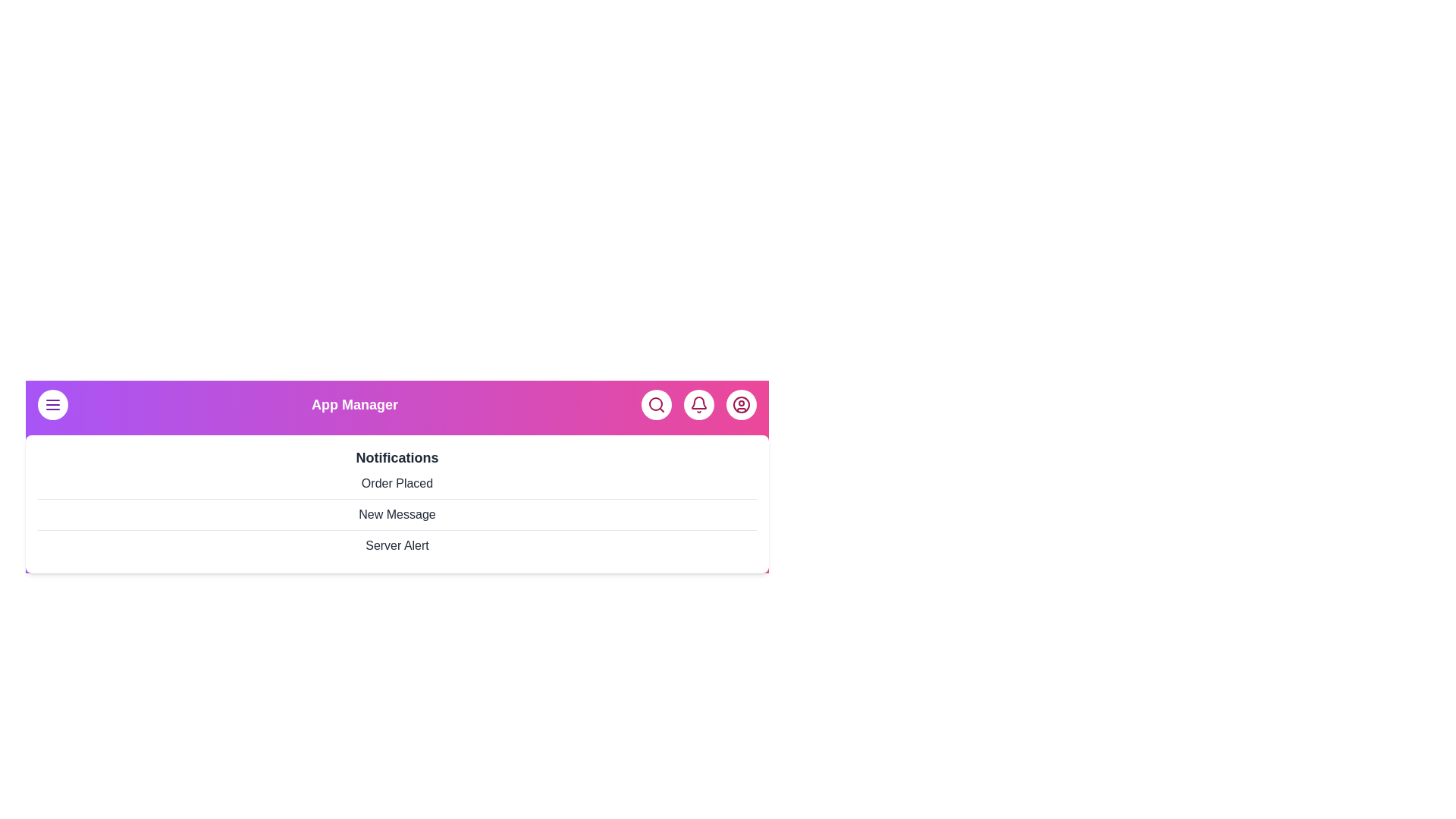 This screenshot has height=819, width=1456. I want to click on the notification item Server Alert from the list, so click(397, 546).